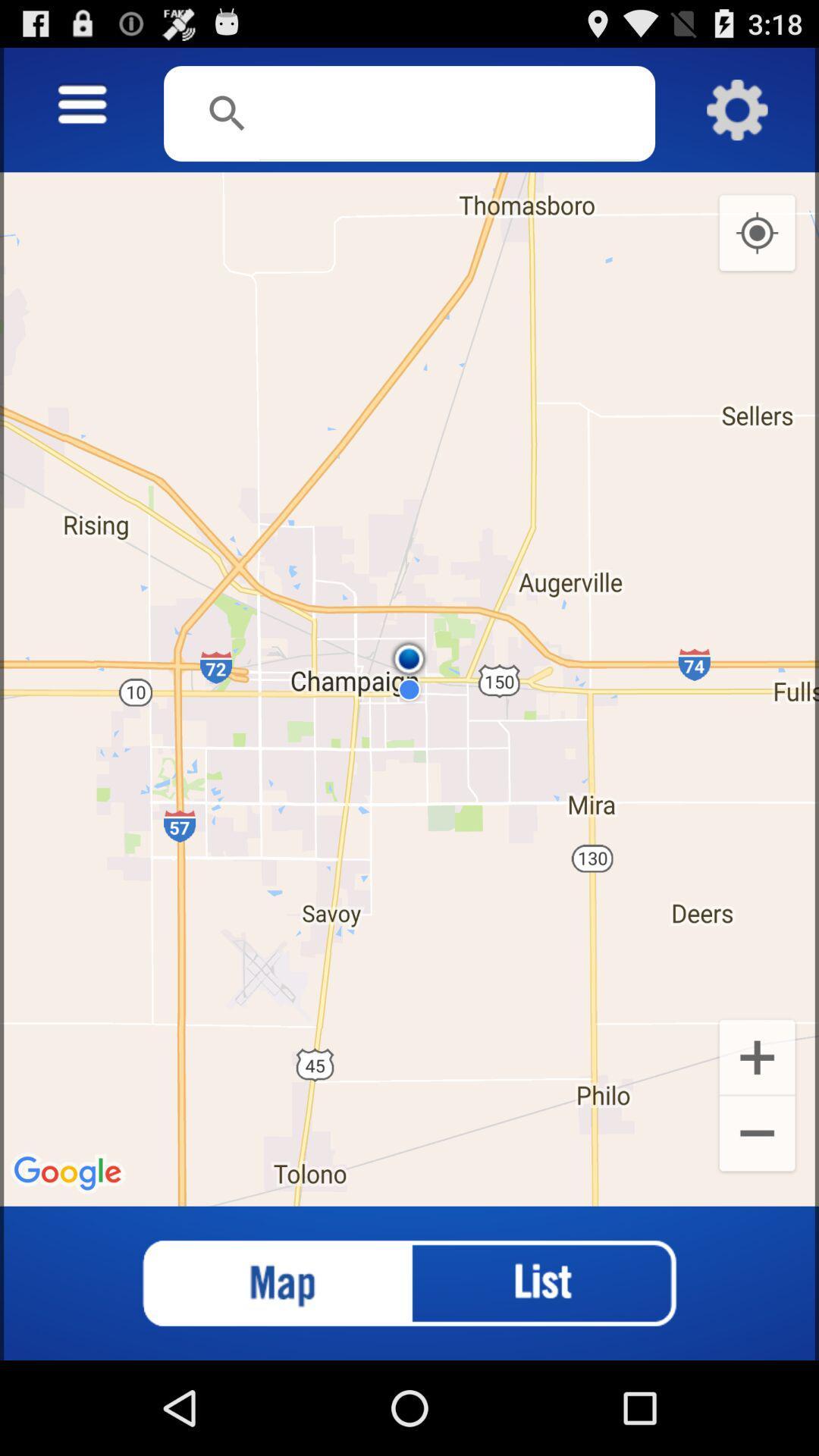 Image resolution: width=819 pixels, height=1456 pixels. I want to click on the menu icon, so click(82, 112).